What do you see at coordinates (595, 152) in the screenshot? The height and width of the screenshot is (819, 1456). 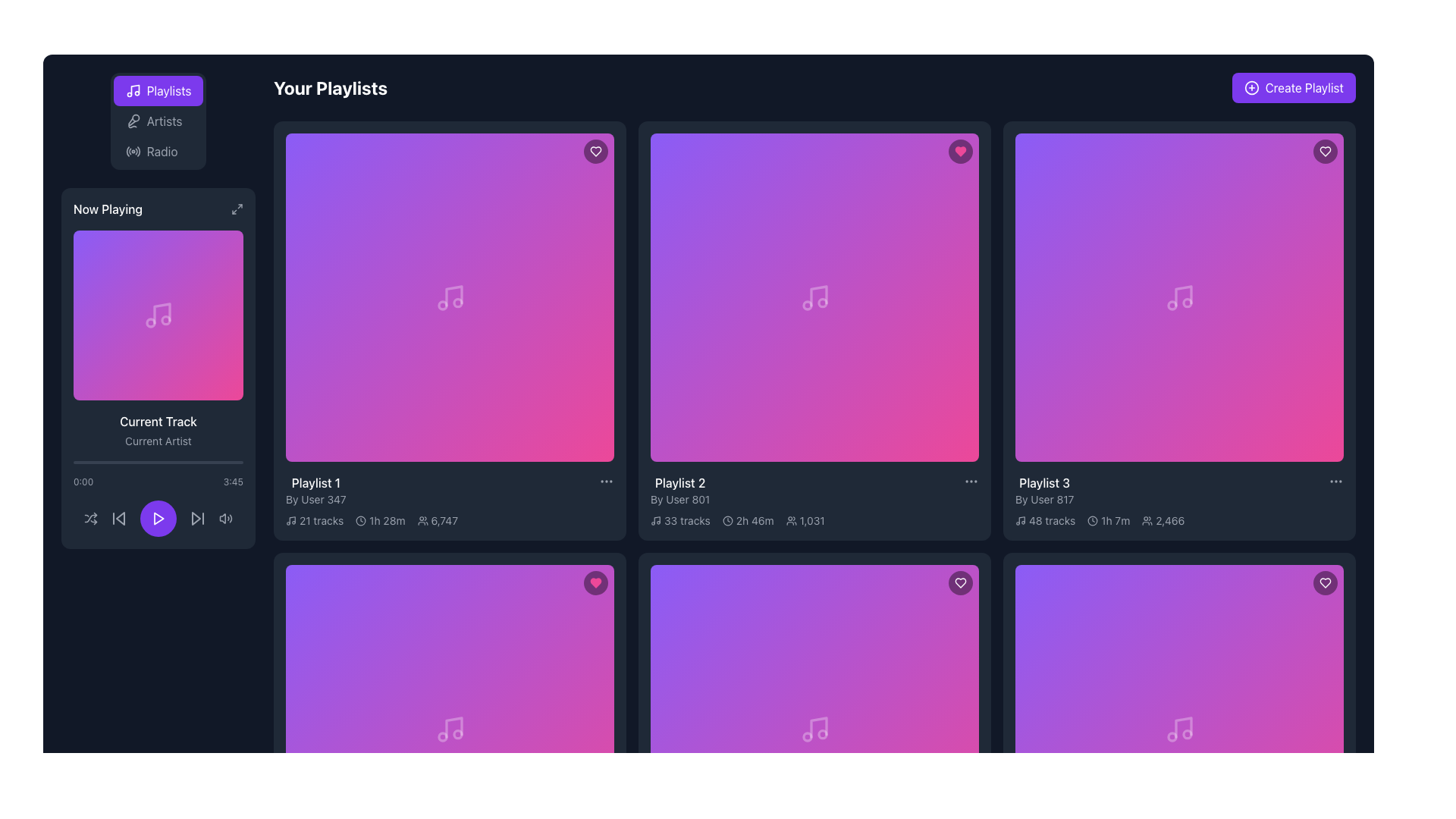 I see `the interactive favorite icon located at the top-right corner of the first playlist card in the grid` at bounding box center [595, 152].